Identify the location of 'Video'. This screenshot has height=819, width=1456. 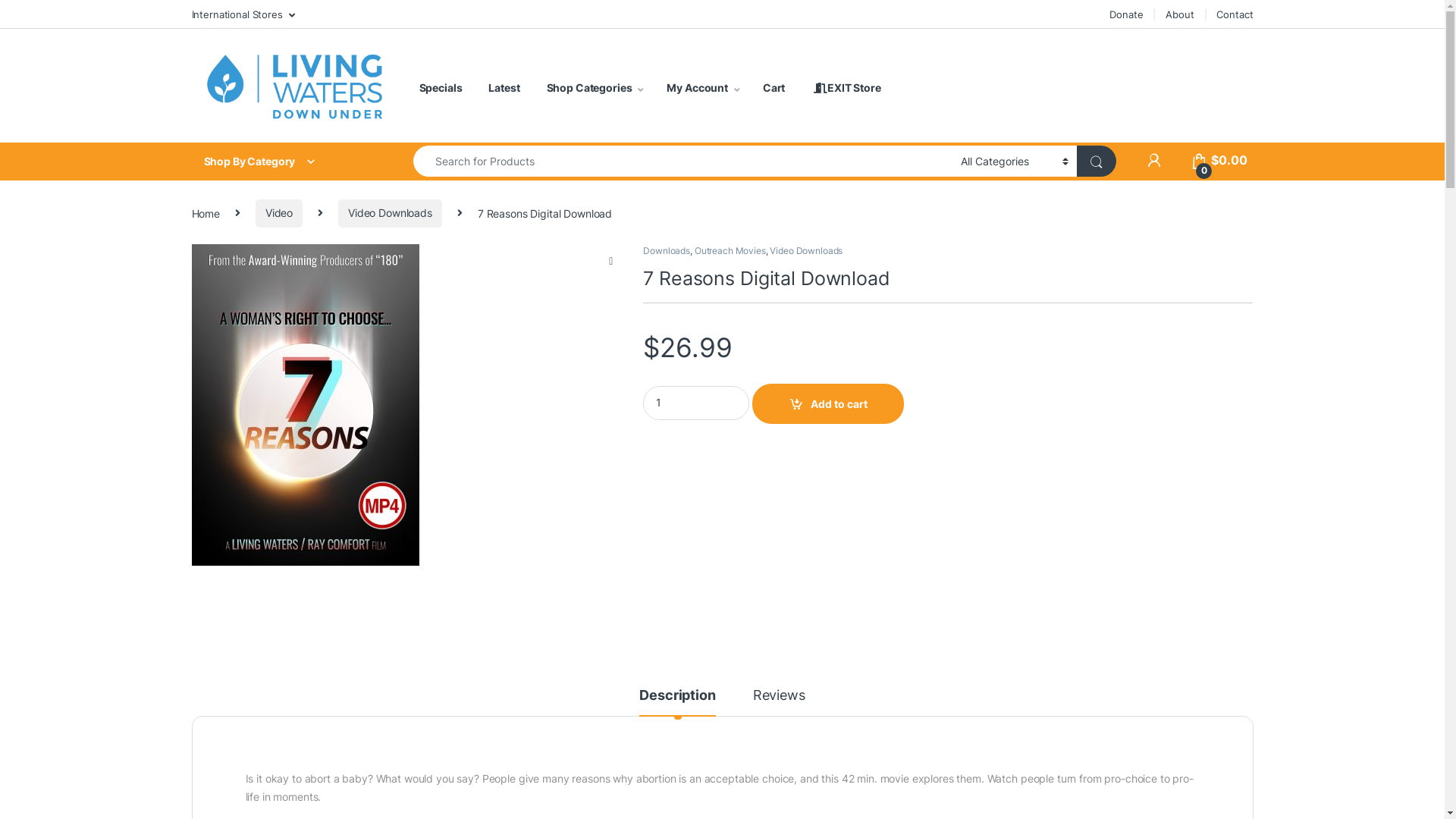
(279, 213).